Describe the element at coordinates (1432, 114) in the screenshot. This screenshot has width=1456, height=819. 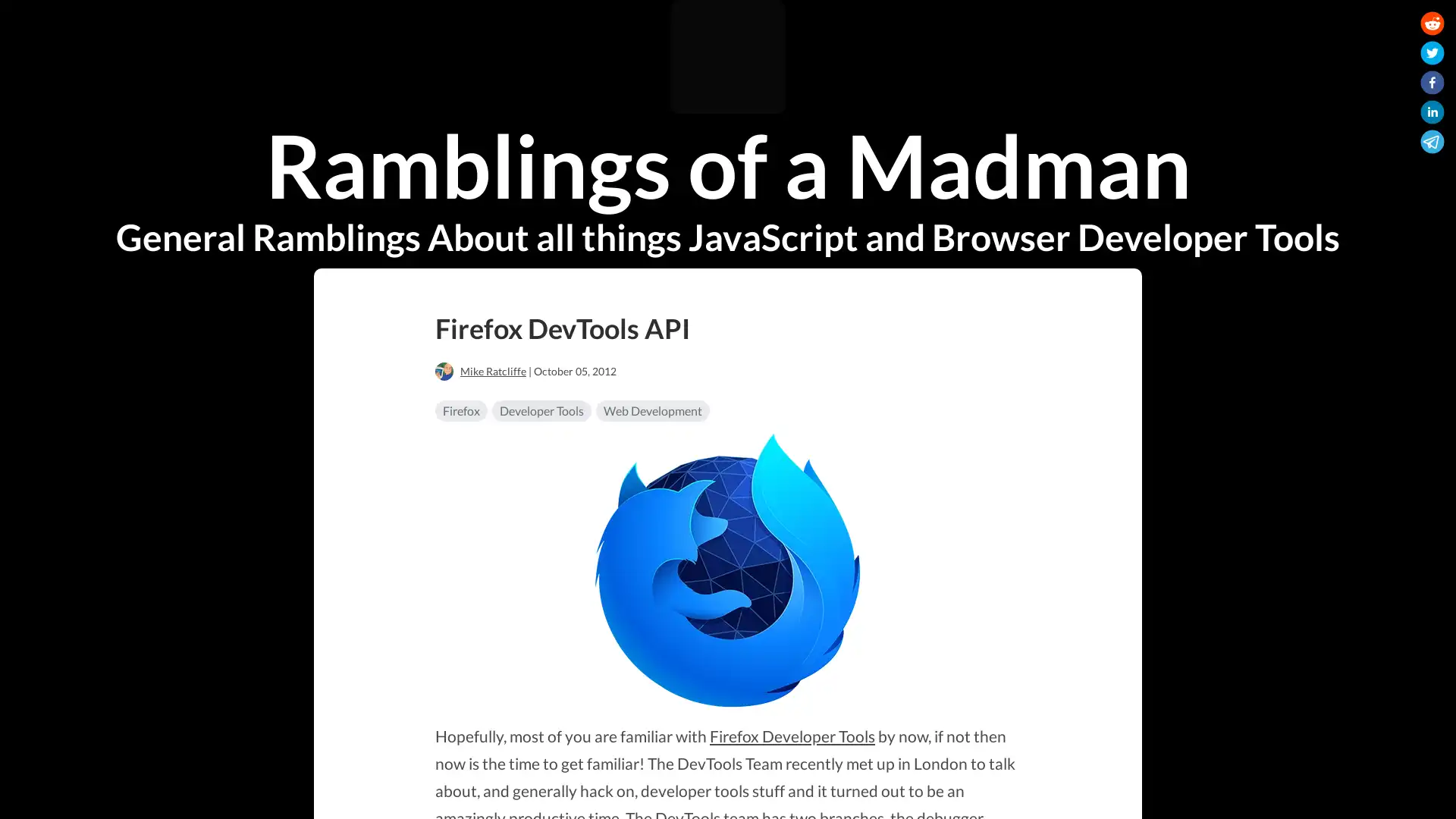
I see `linkedin` at that location.